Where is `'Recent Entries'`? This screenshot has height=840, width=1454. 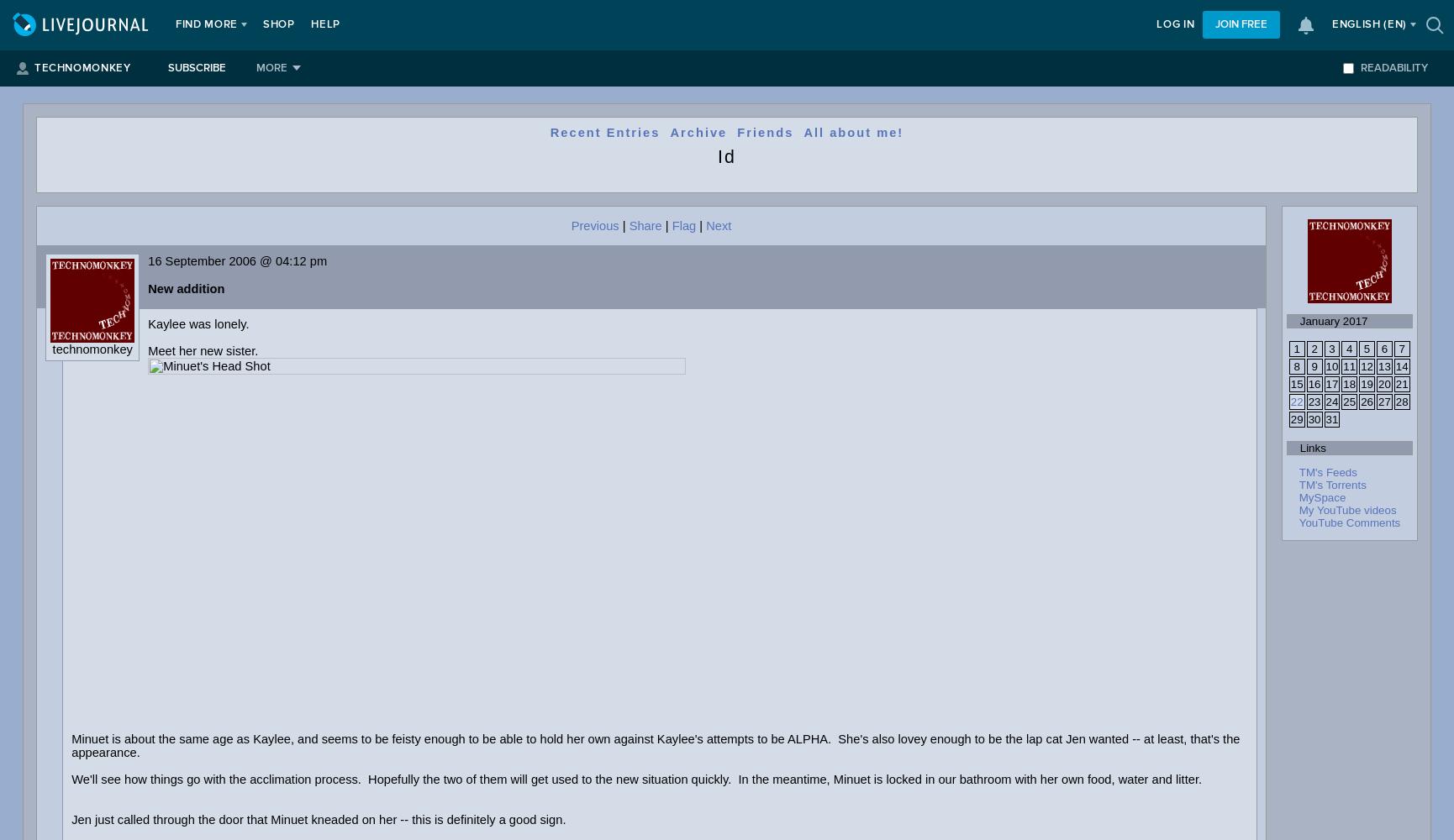 'Recent Entries' is located at coordinates (604, 133).